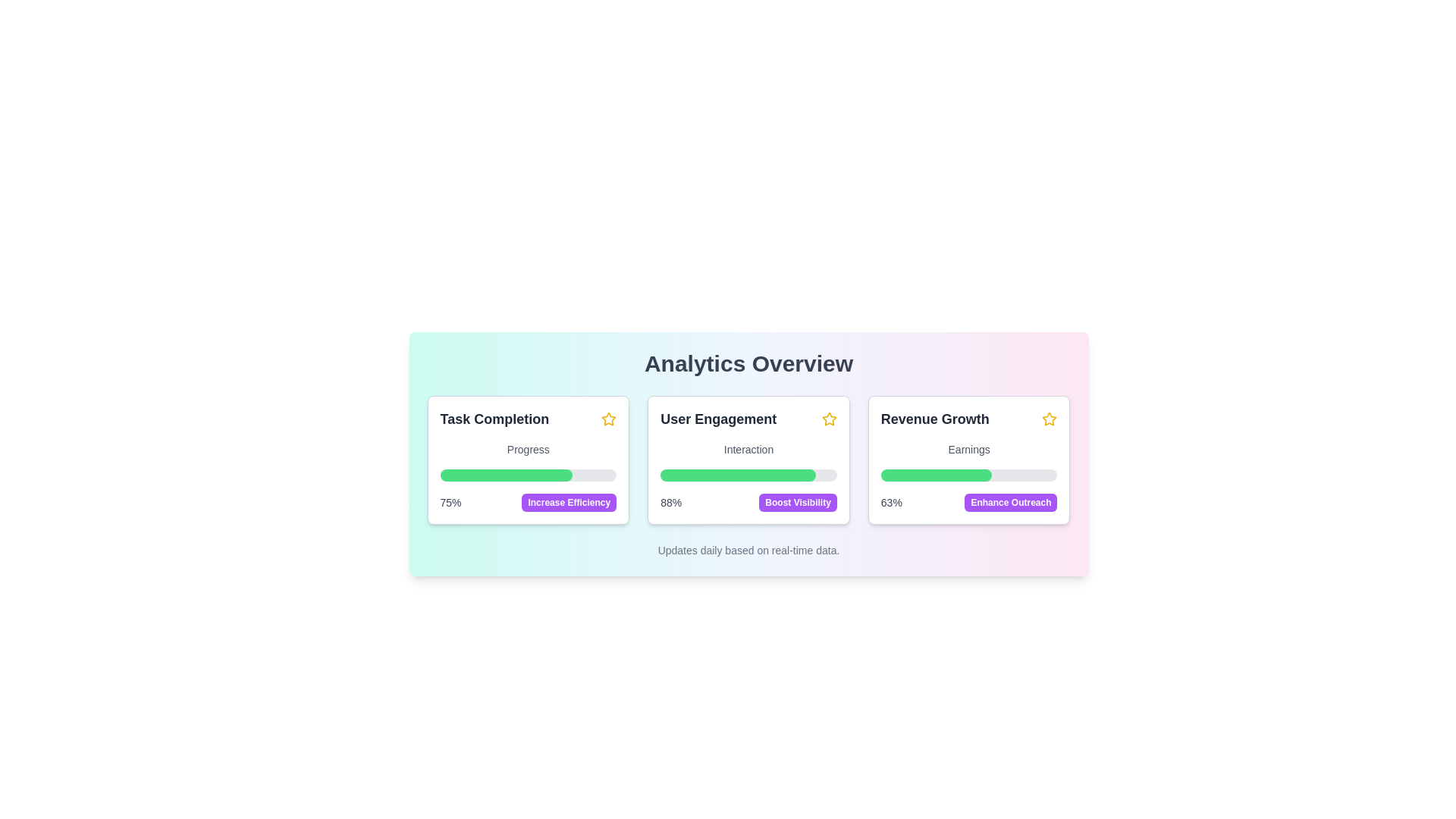 The width and height of the screenshot is (1456, 819). I want to click on the Progress bar representing 88% User Engagement in the second card of the Analytics Overview section, so click(738, 475).